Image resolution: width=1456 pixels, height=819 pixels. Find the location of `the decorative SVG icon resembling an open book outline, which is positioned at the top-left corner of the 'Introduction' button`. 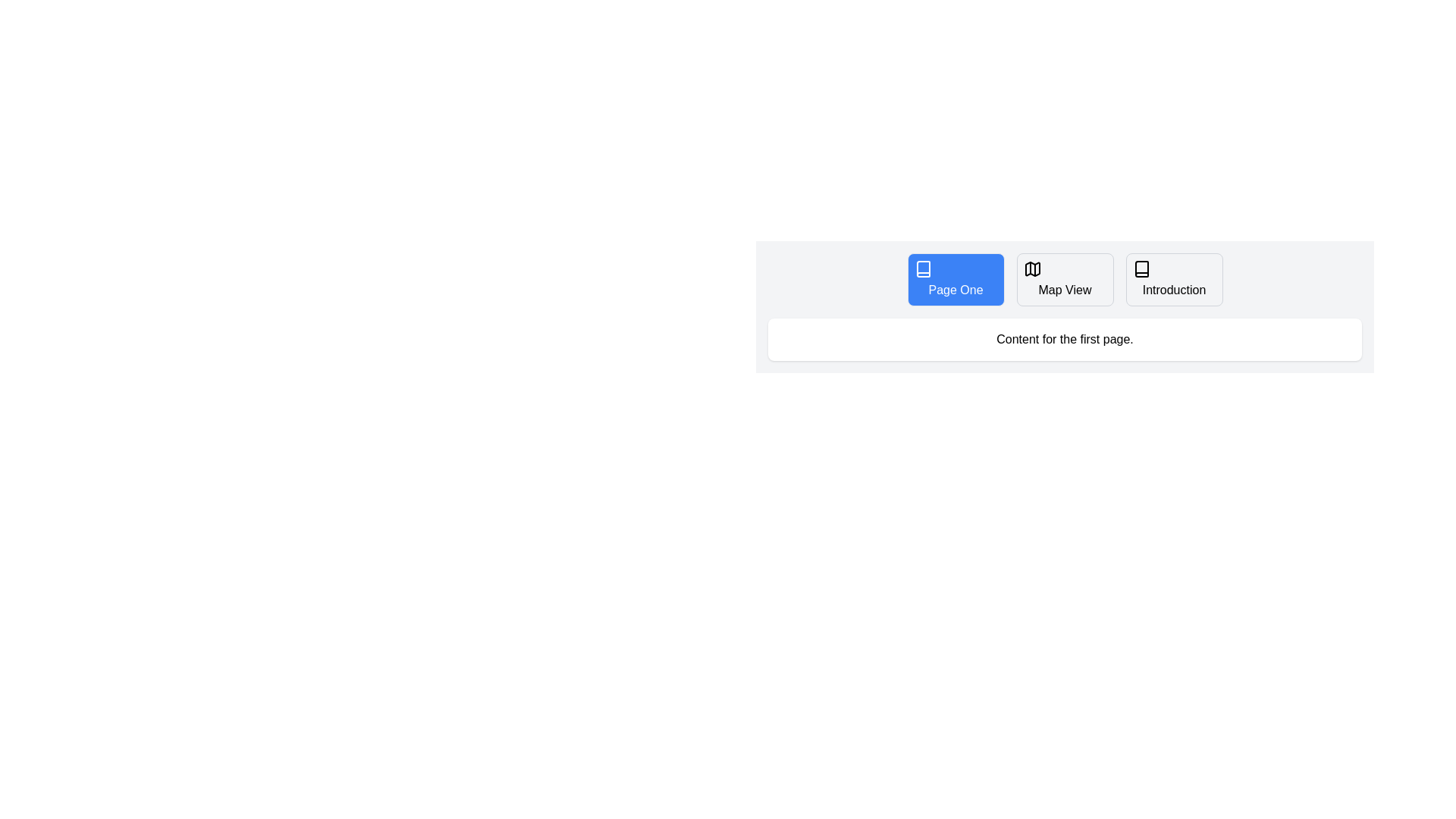

the decorative SVG icon resembling an open book outline, which is positioned at the top-left corner of the 'Introduction' button is located at coordinates (1141, 268).